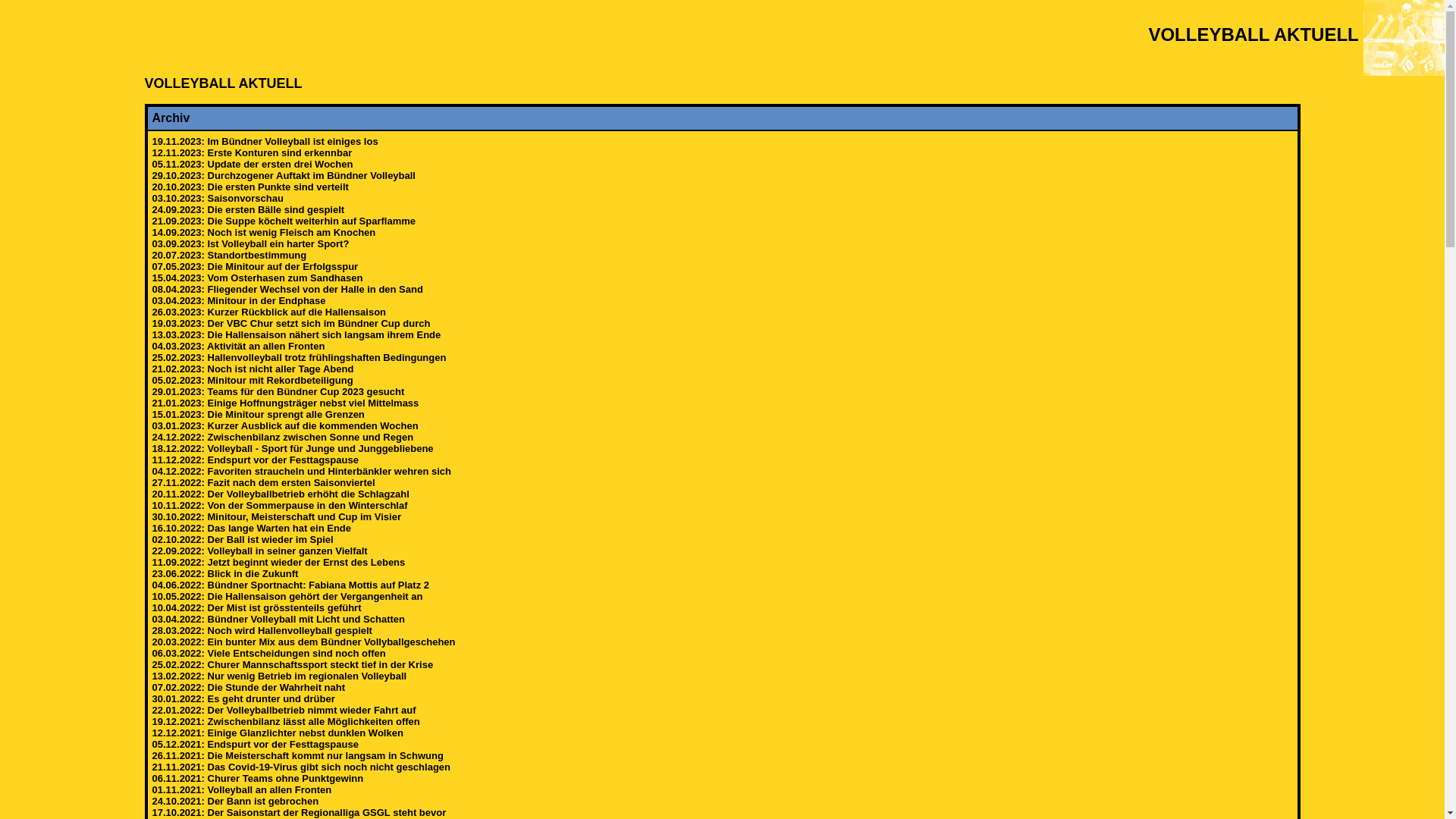 The image size is (1456, 819). I want to click on '03.10.2023: Saisonvorschau', so click(216, 197).